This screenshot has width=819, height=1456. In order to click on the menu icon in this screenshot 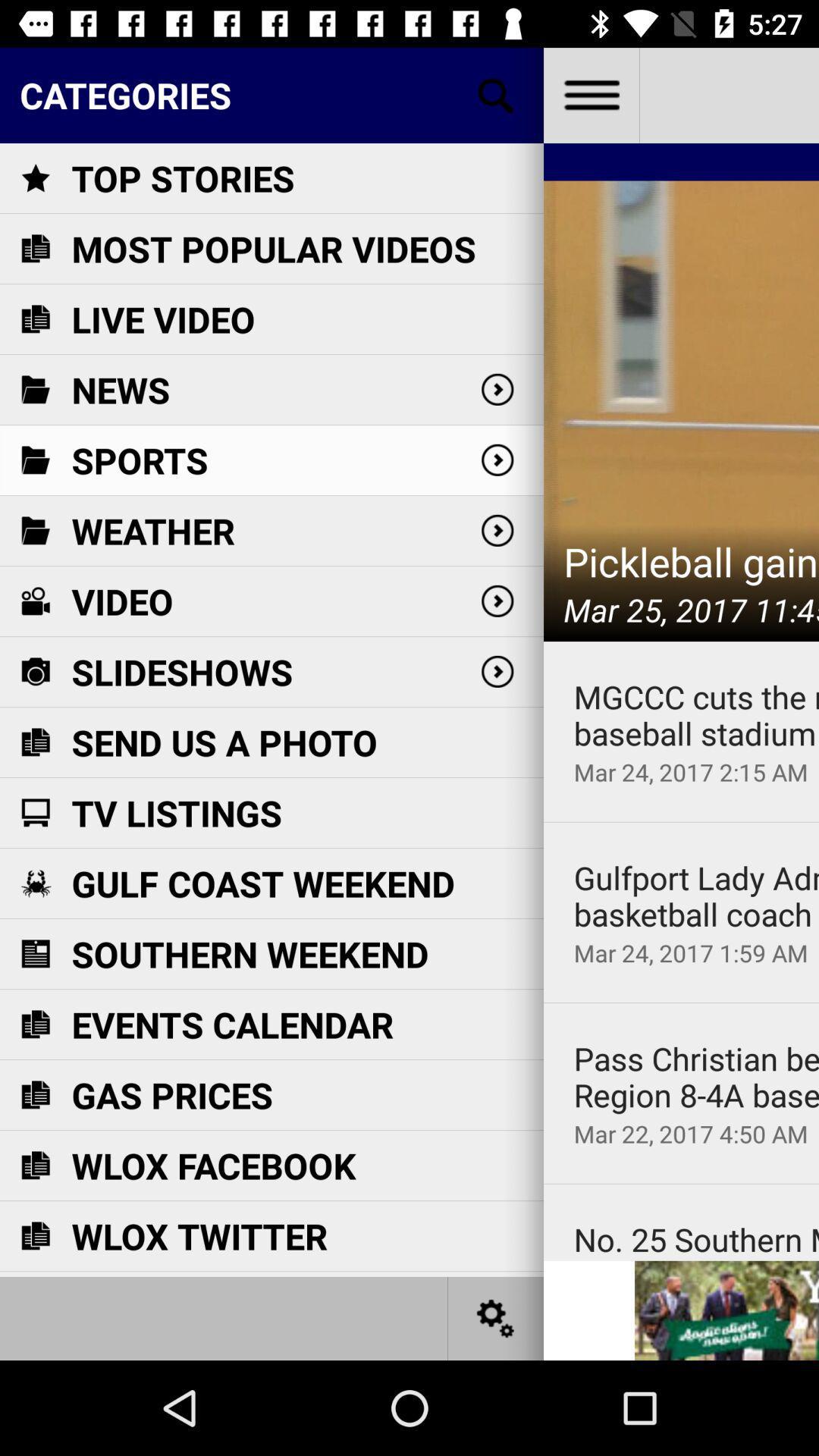, I will do `click(590, 94)`.